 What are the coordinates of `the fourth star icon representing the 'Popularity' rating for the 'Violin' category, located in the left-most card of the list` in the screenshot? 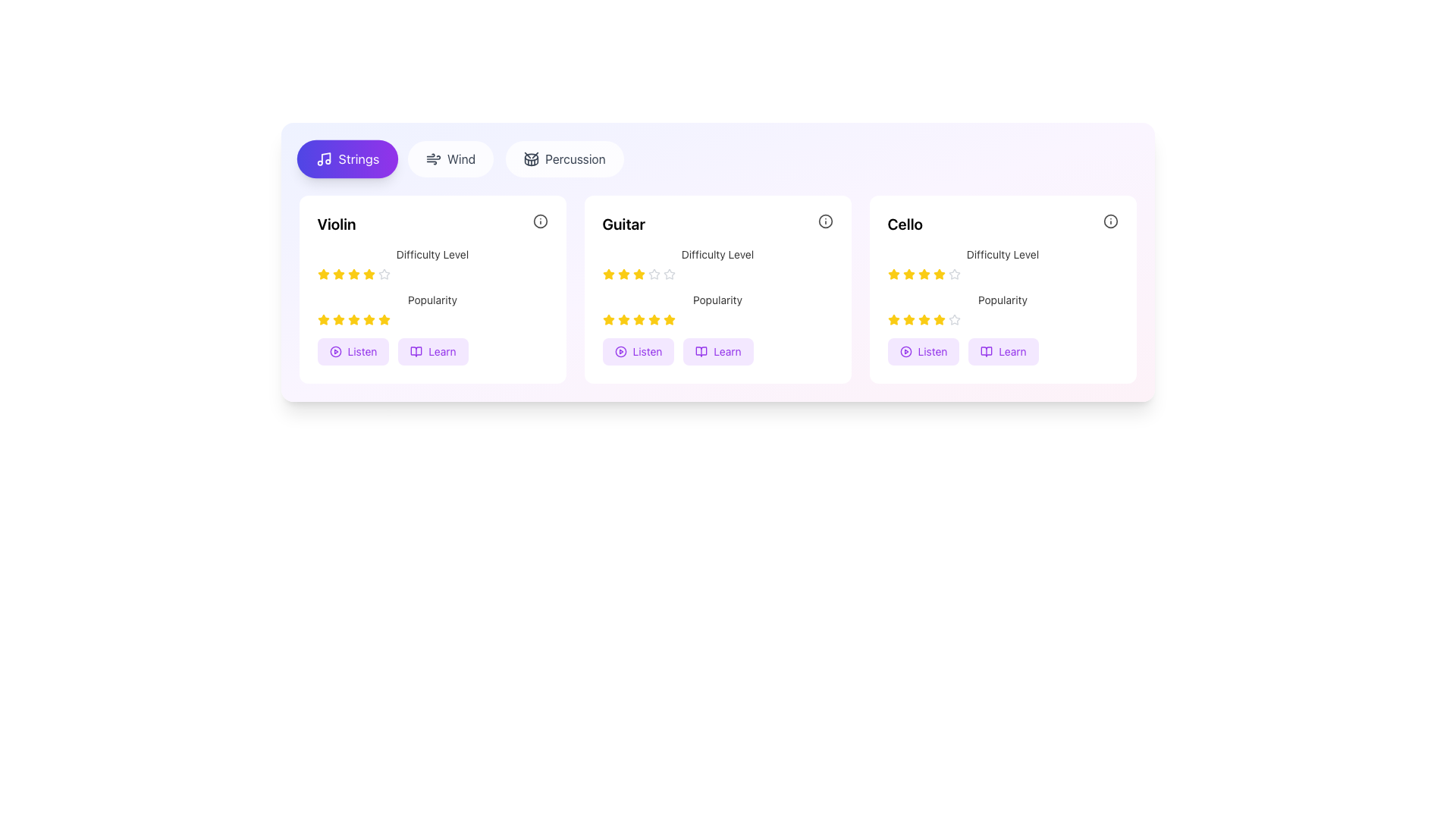 It's located at (322, 318).